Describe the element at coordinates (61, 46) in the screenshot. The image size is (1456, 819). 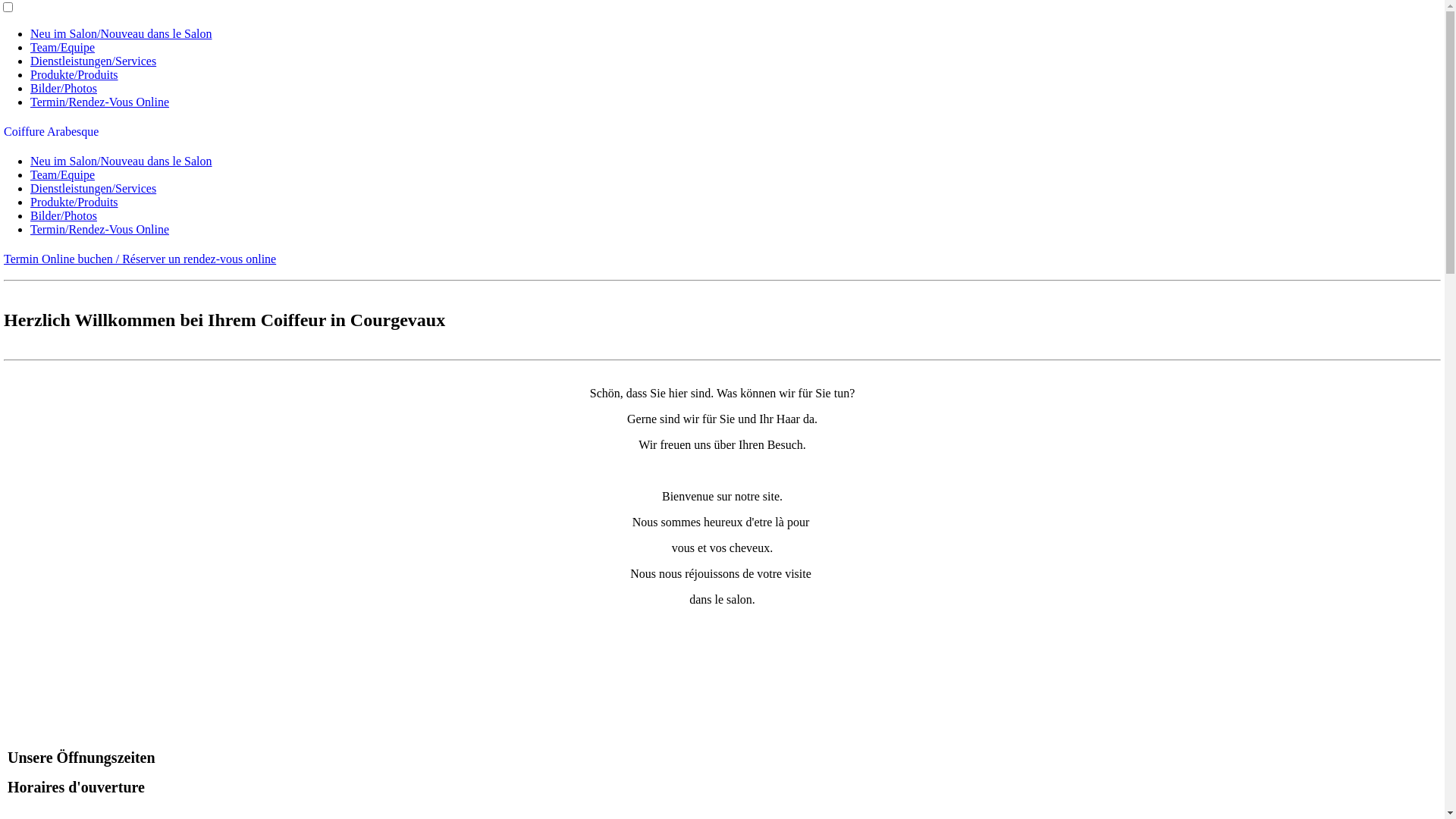
I see `'Team/Equipe'` at that location.